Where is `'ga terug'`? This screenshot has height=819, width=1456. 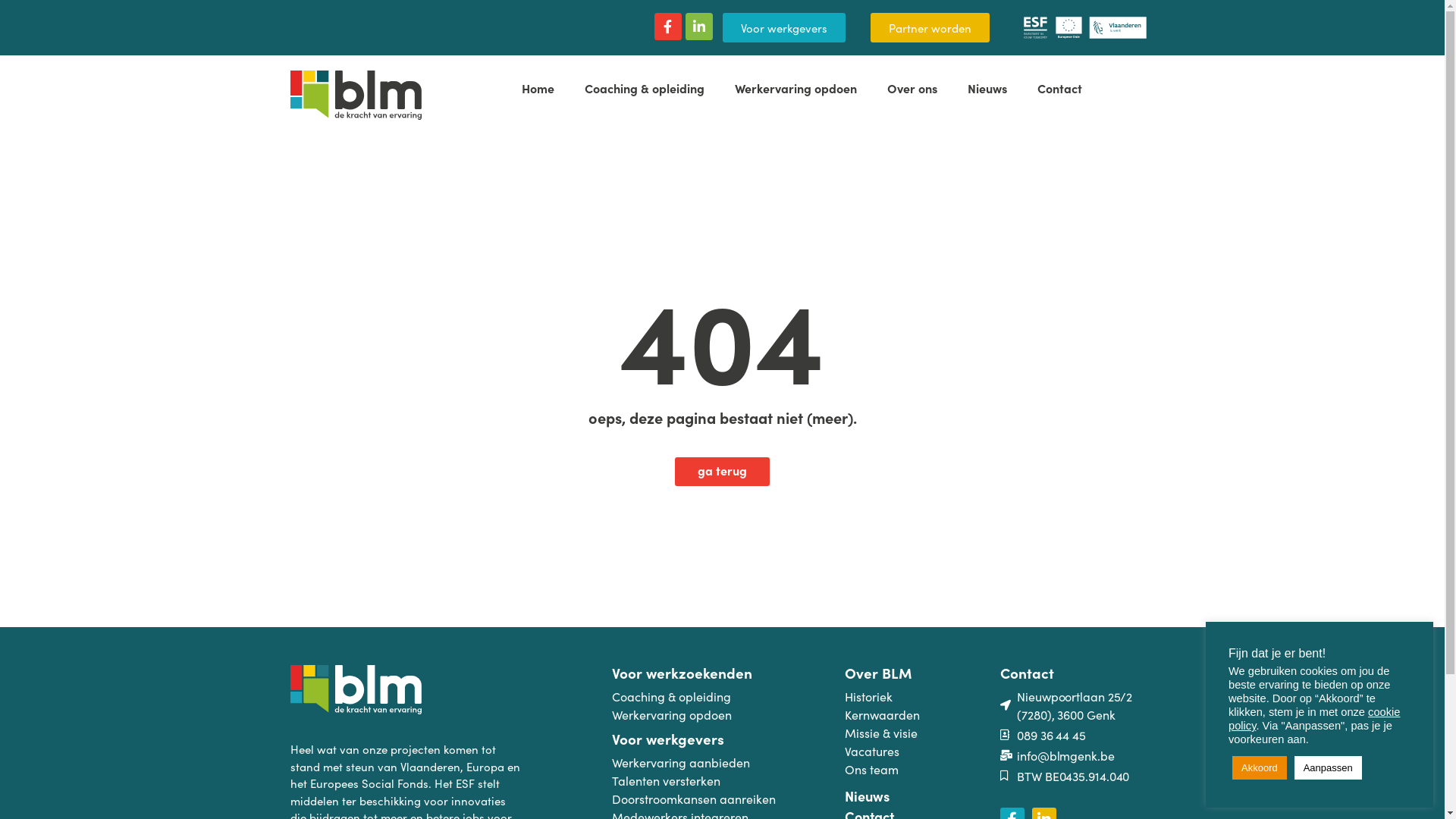 'ga terug' is located at coordinates (721, 470).